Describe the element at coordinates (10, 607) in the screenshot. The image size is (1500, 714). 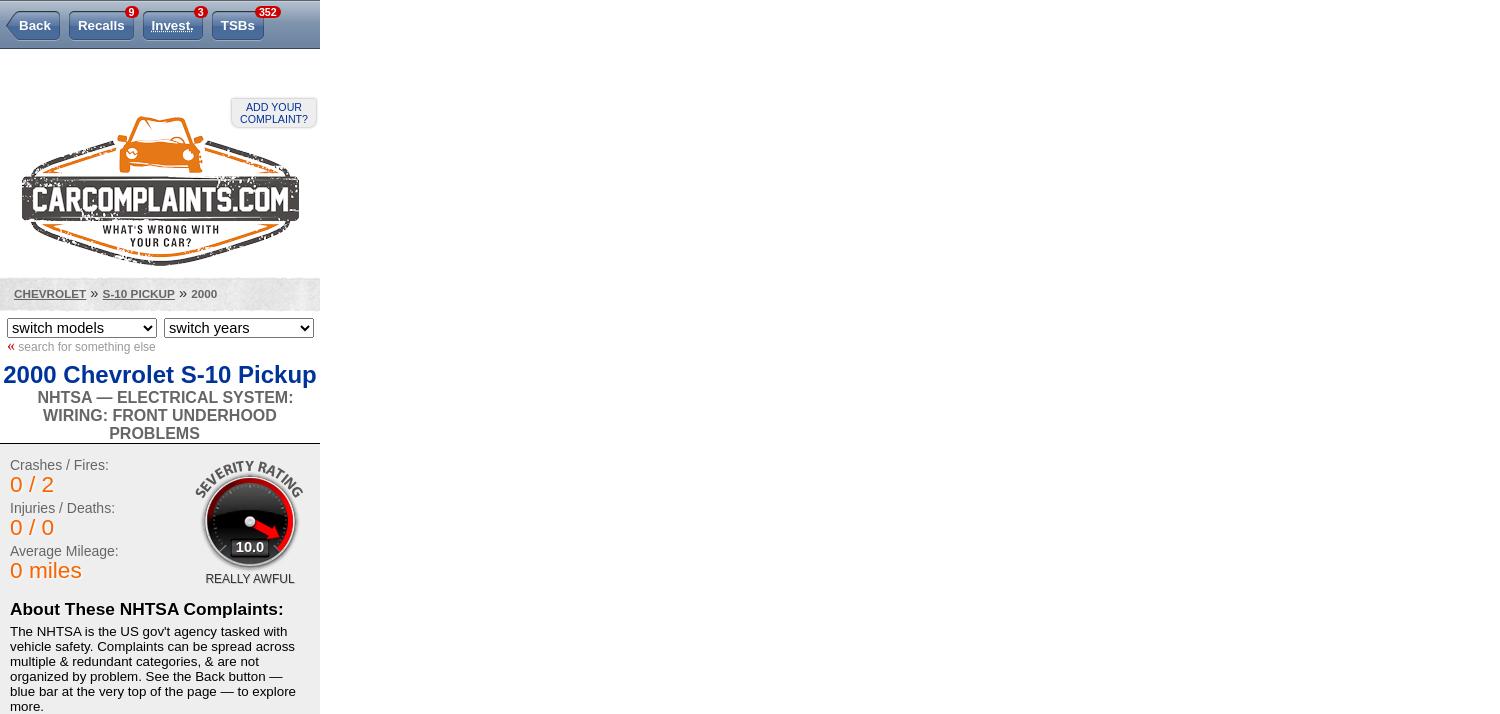
I see `'About These NHTSA Complaints:'` at that location.